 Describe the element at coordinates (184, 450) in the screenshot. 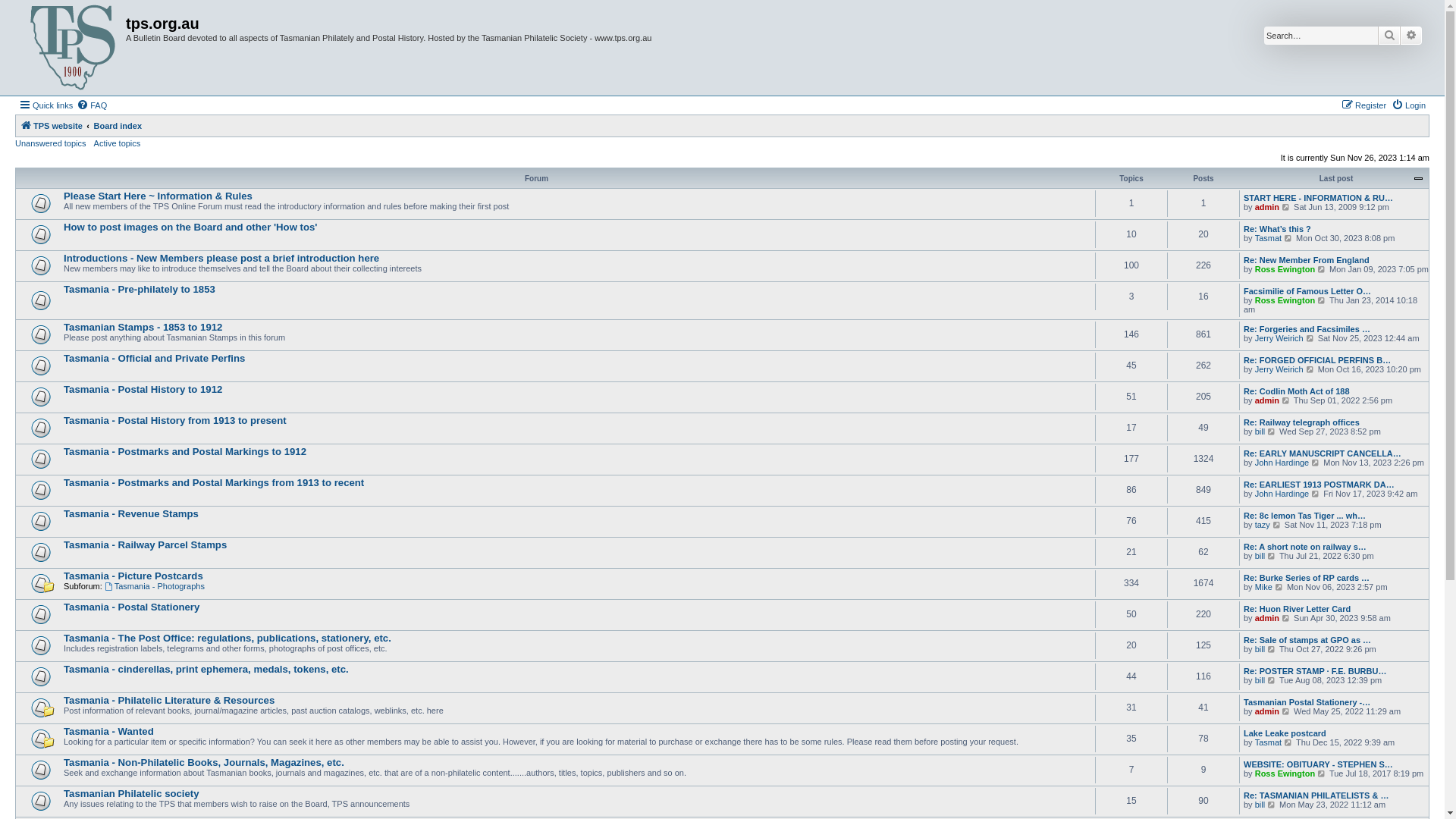

I see `'Tasmania - Postmarks and Postal Markings to 1912'` at that location.